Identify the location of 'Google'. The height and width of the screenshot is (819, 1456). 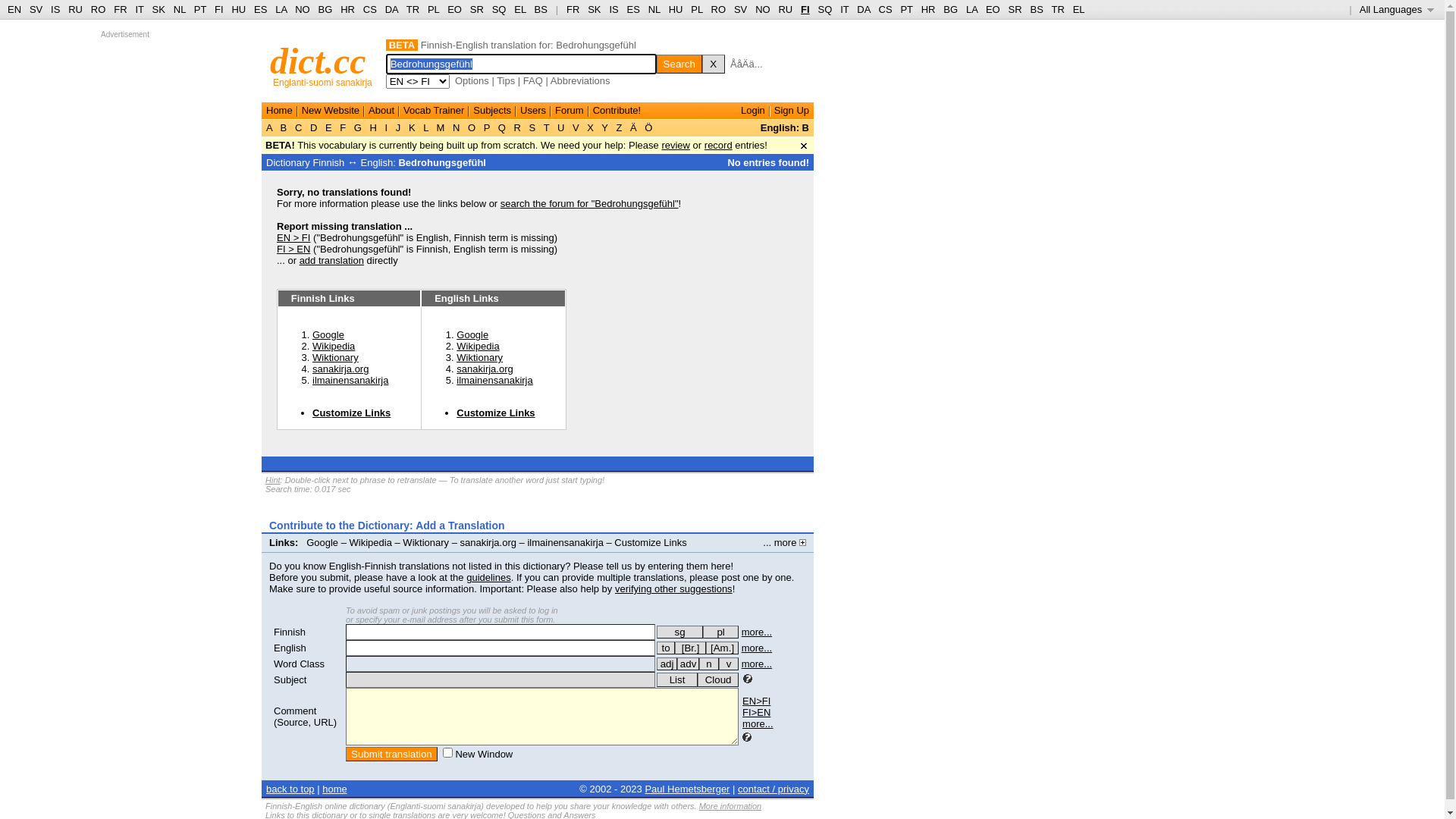
(322, 541).